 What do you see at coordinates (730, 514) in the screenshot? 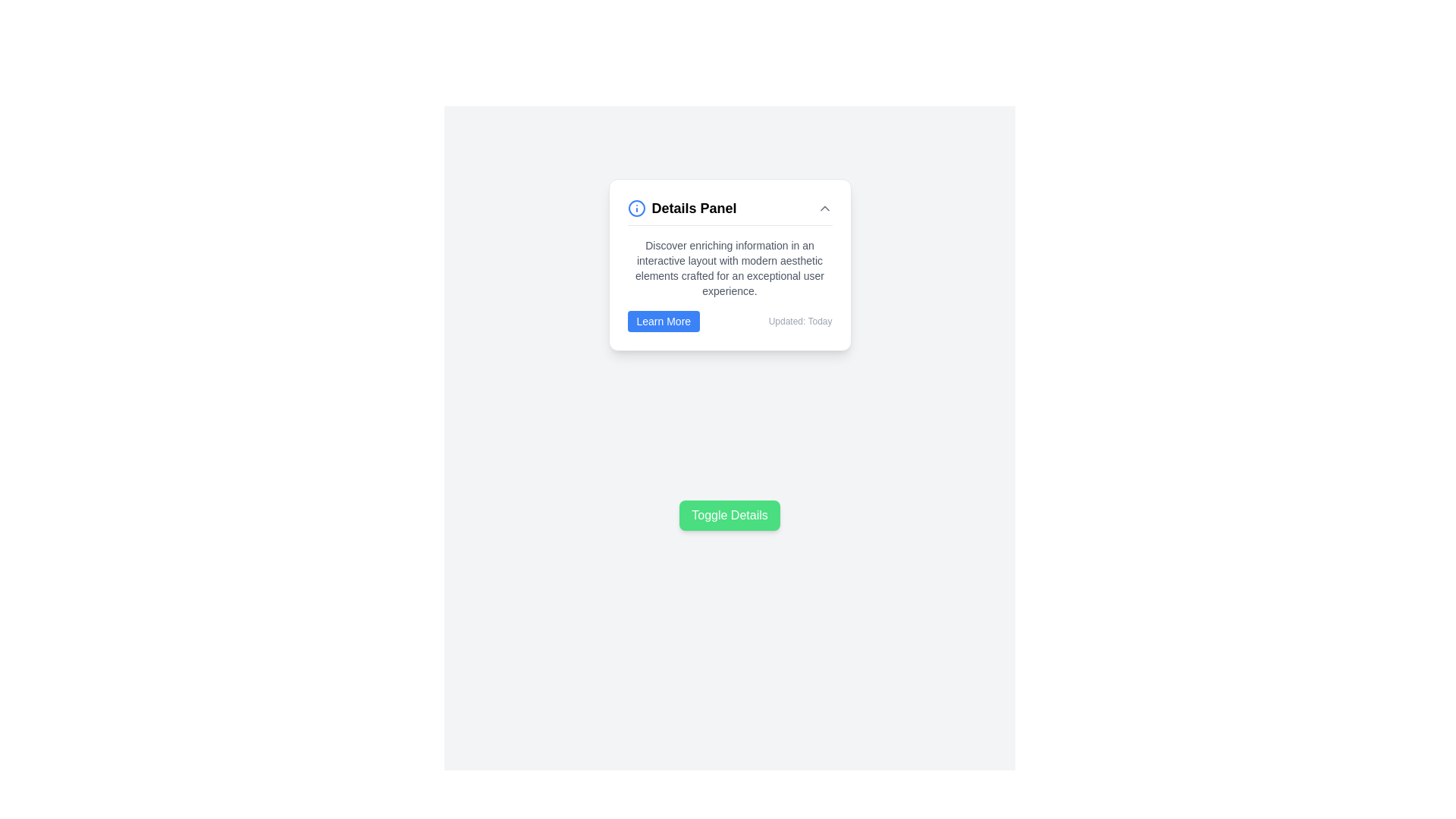
I see `the 'Toggle Details' button, which has a soft green background and white text, to change its background color` at bounding box center [730, 514].